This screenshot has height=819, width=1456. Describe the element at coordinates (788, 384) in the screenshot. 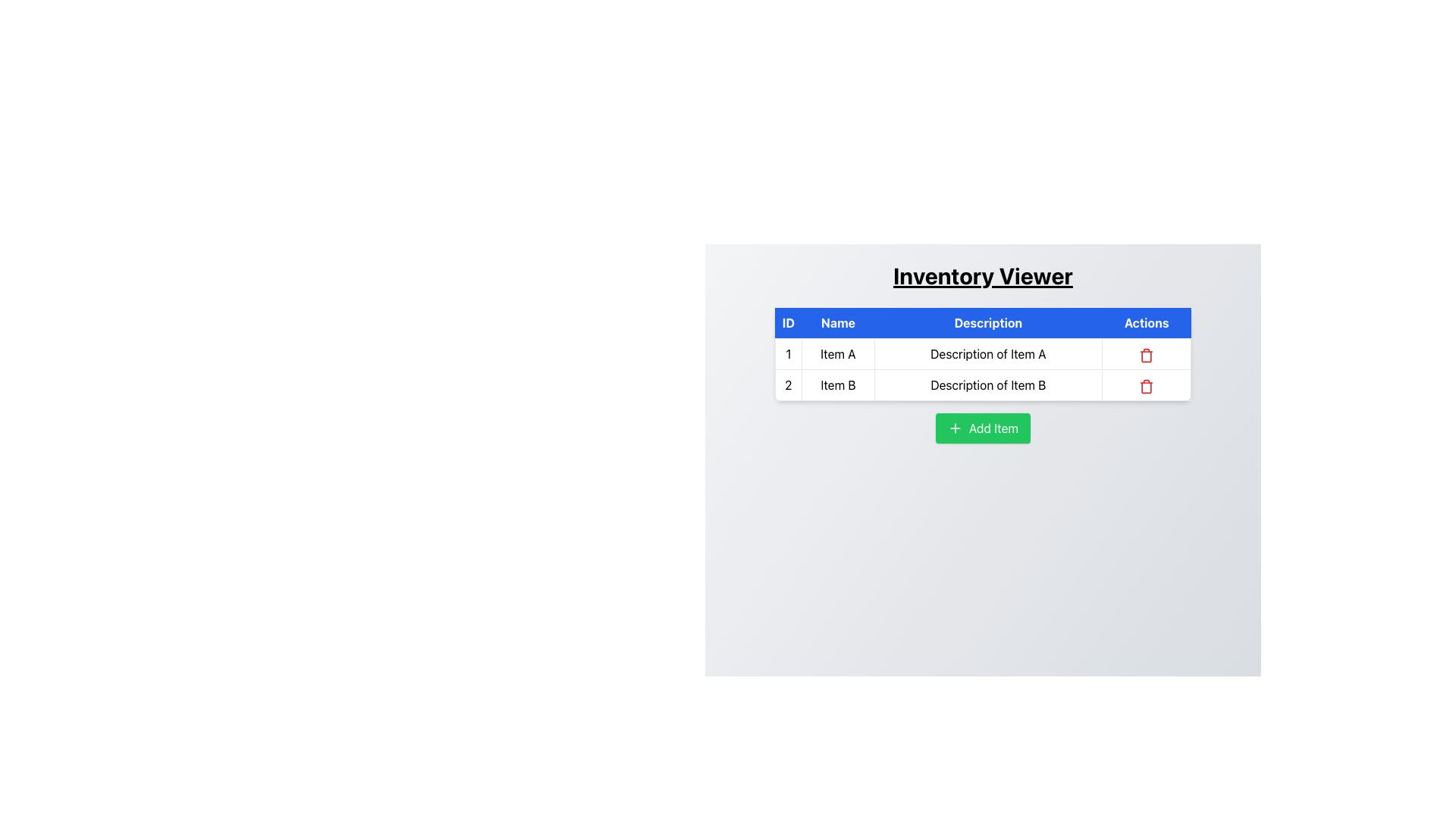

I see `the static text element displaying the number '2' in the first column of the second row of the table` at that location.